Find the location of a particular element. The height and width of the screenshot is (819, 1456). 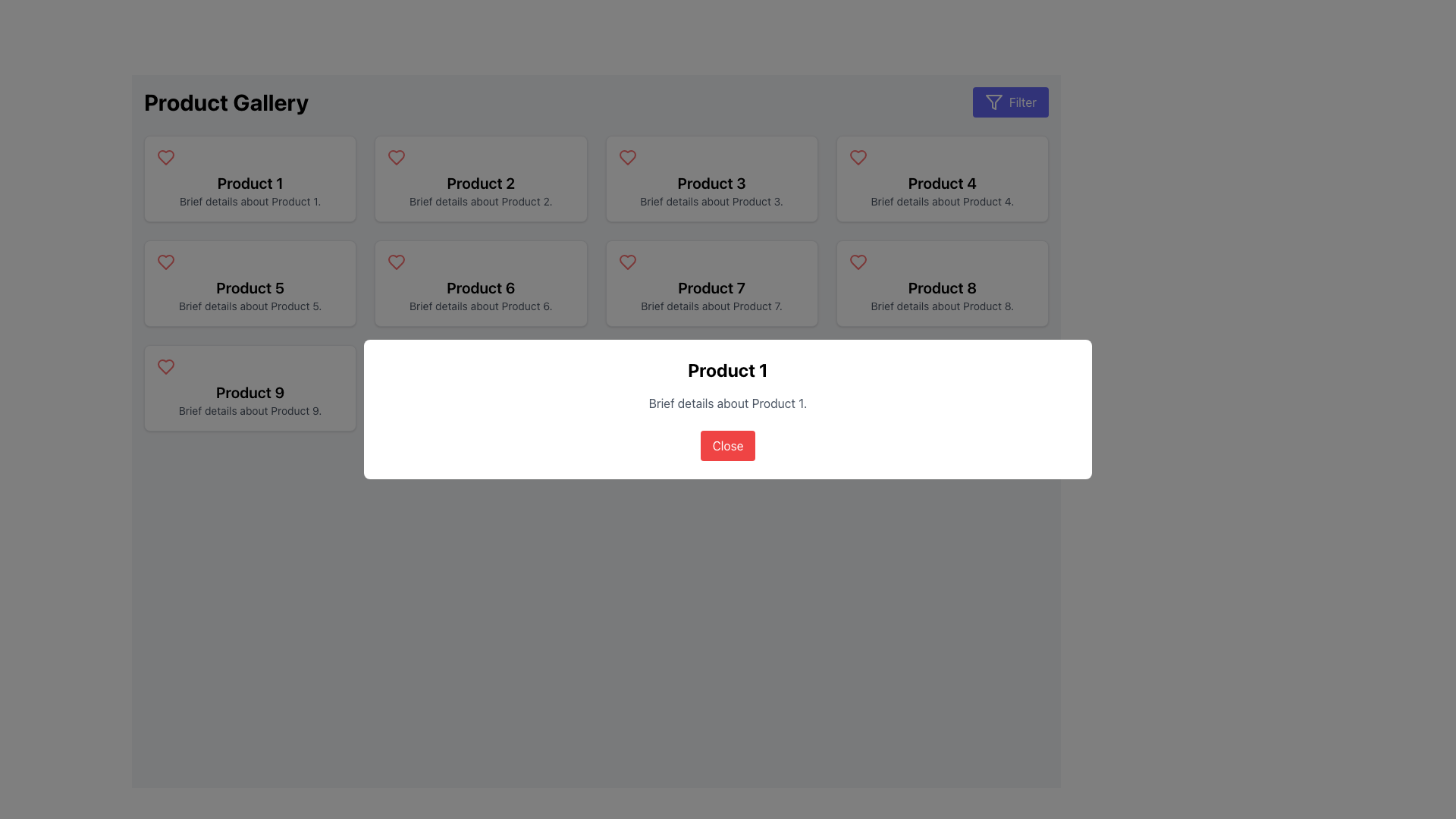

the Card widget displaying product information located in the third row and third column is located at coordinates (711, 284).